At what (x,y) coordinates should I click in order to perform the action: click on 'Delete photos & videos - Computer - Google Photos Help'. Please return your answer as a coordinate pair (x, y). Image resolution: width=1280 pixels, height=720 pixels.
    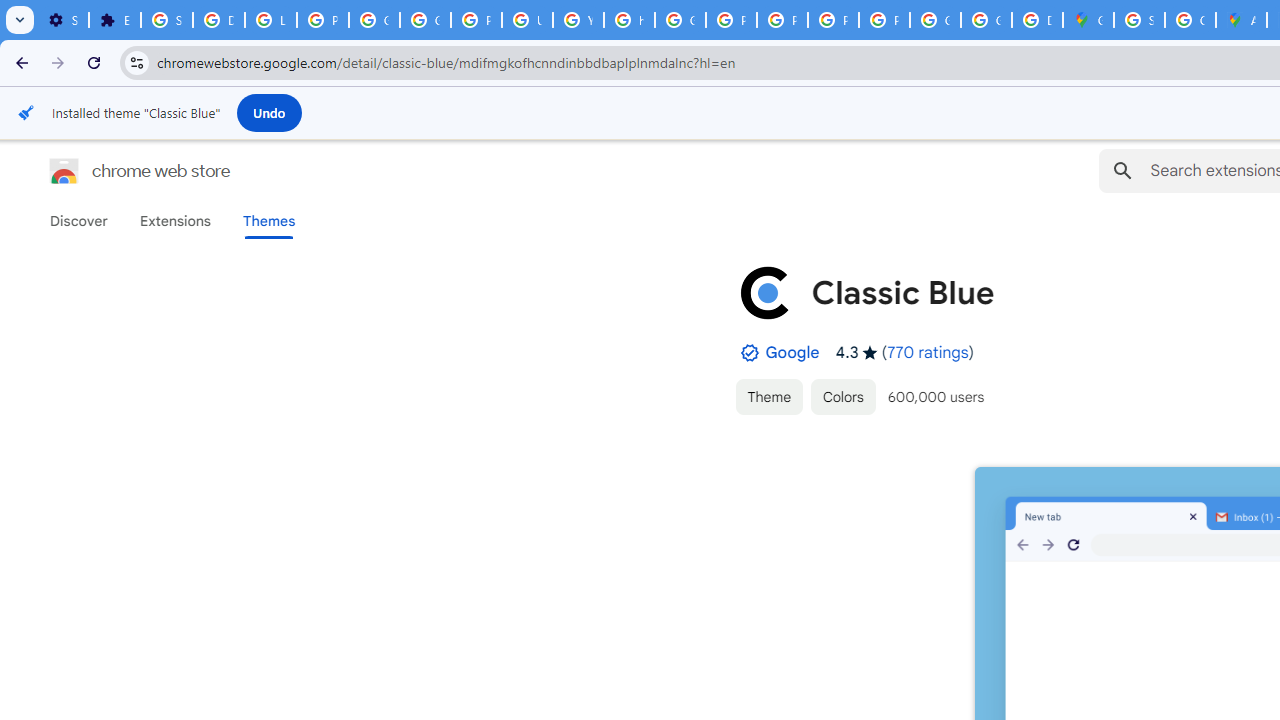
    Looking at the image, I should click on (218, 20).